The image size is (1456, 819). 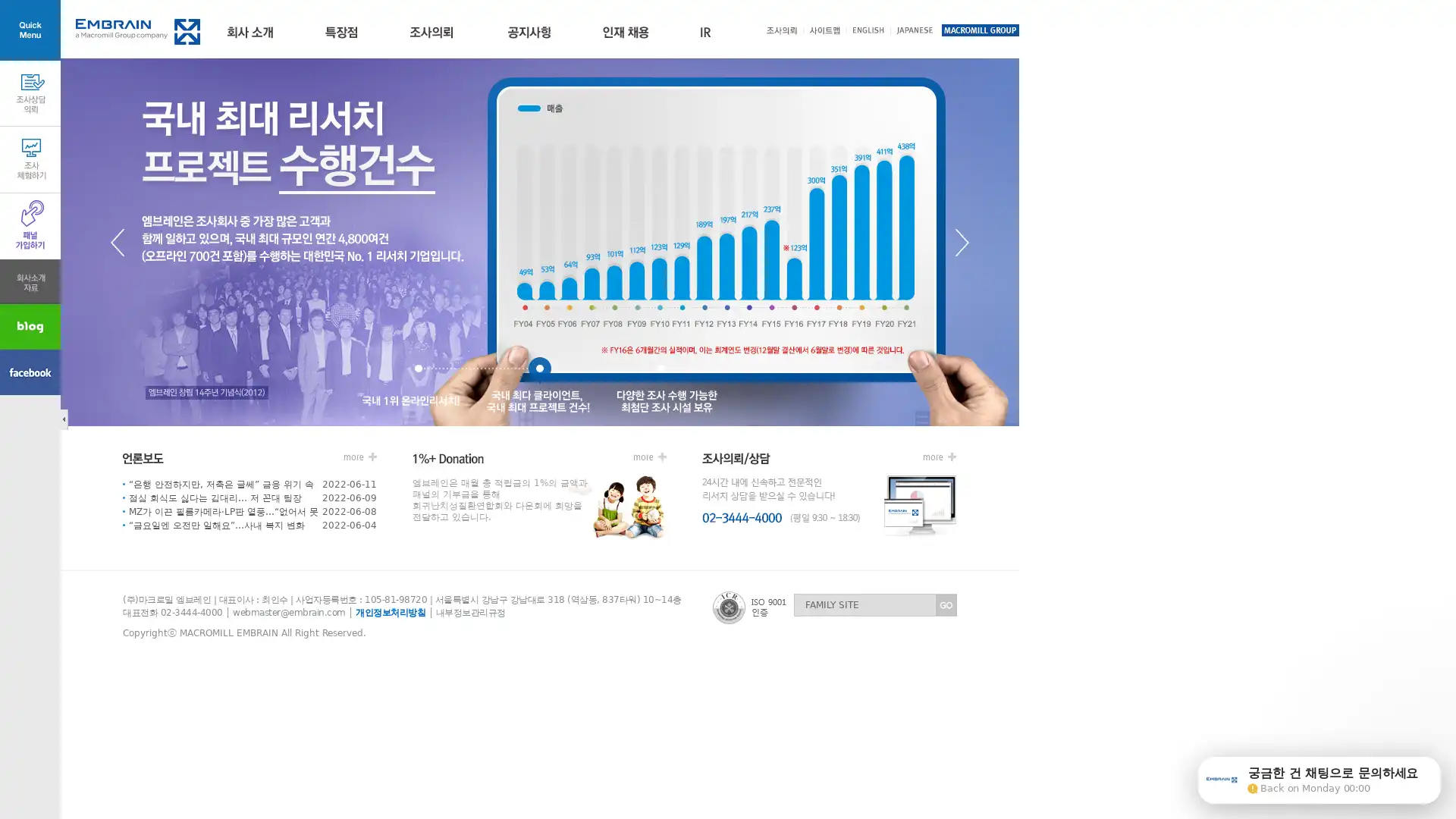 What do you see at coordinates (539, 371) in the screenshot?
I see `2` at bounding box center [539, 371].